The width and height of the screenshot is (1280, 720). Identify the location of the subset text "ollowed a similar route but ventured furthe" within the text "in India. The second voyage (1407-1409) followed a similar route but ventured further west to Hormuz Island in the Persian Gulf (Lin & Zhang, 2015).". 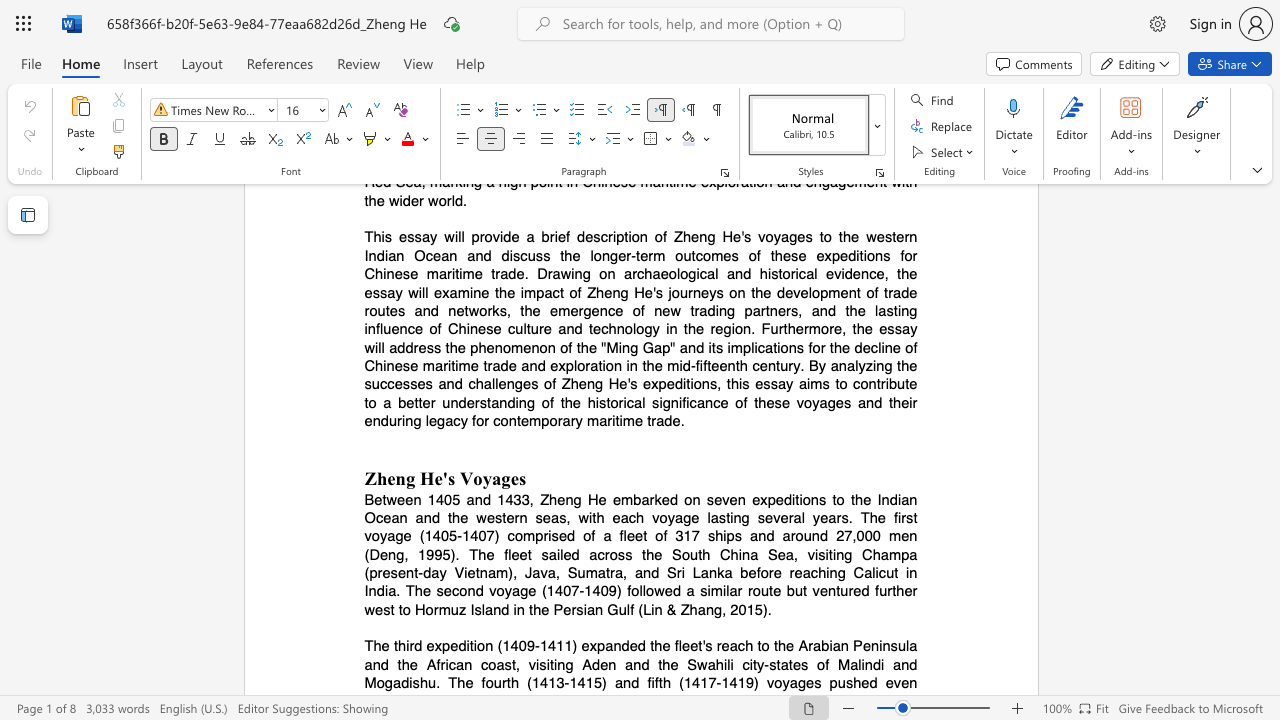
(630, 590).